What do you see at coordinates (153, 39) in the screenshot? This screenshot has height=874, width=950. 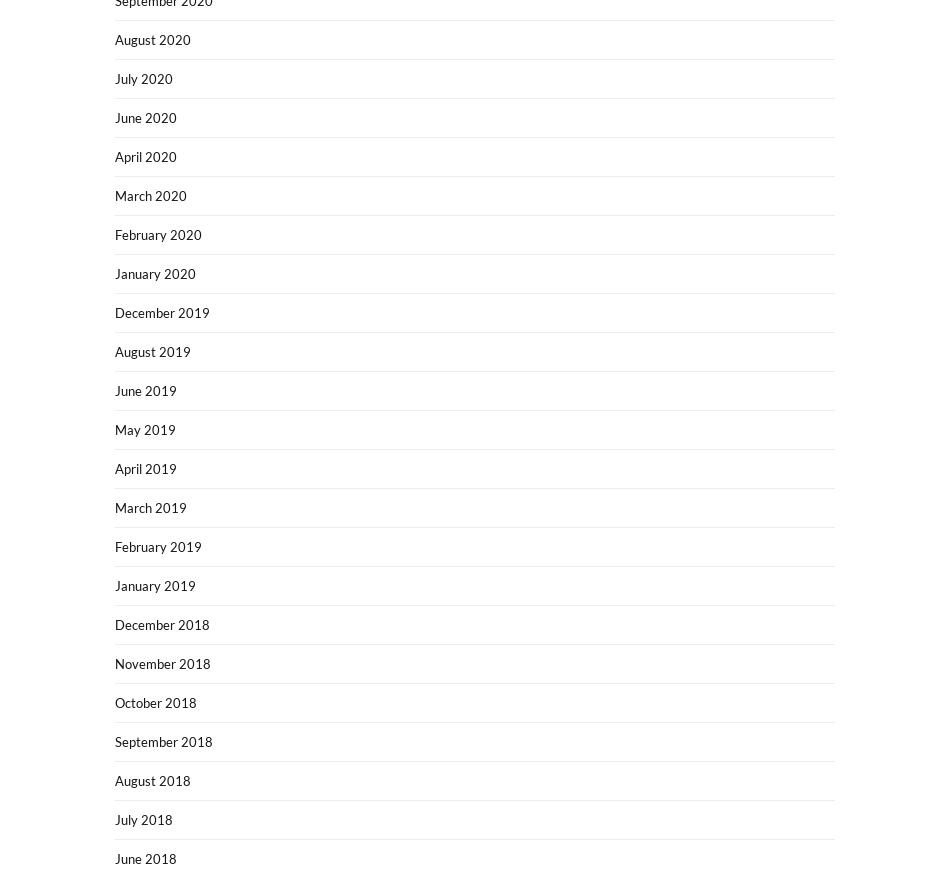 I see `'August 2020'` at bounding box center [153, 39].